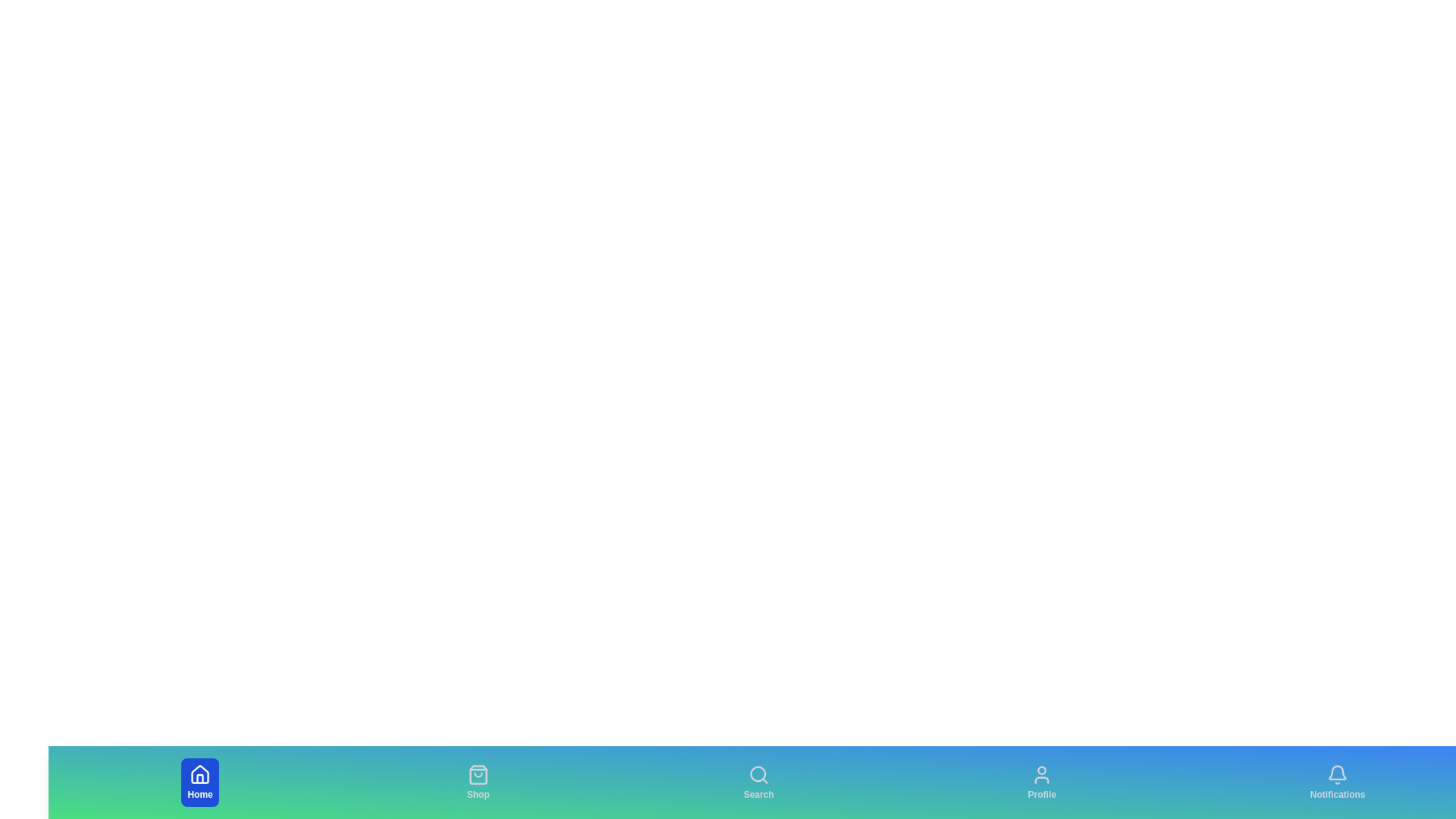 The height and width of the screenshot is (819, 1456). Describe the element at coordinates (199, 783) in the screenshot. I see `the Home tab to select it` at that location.